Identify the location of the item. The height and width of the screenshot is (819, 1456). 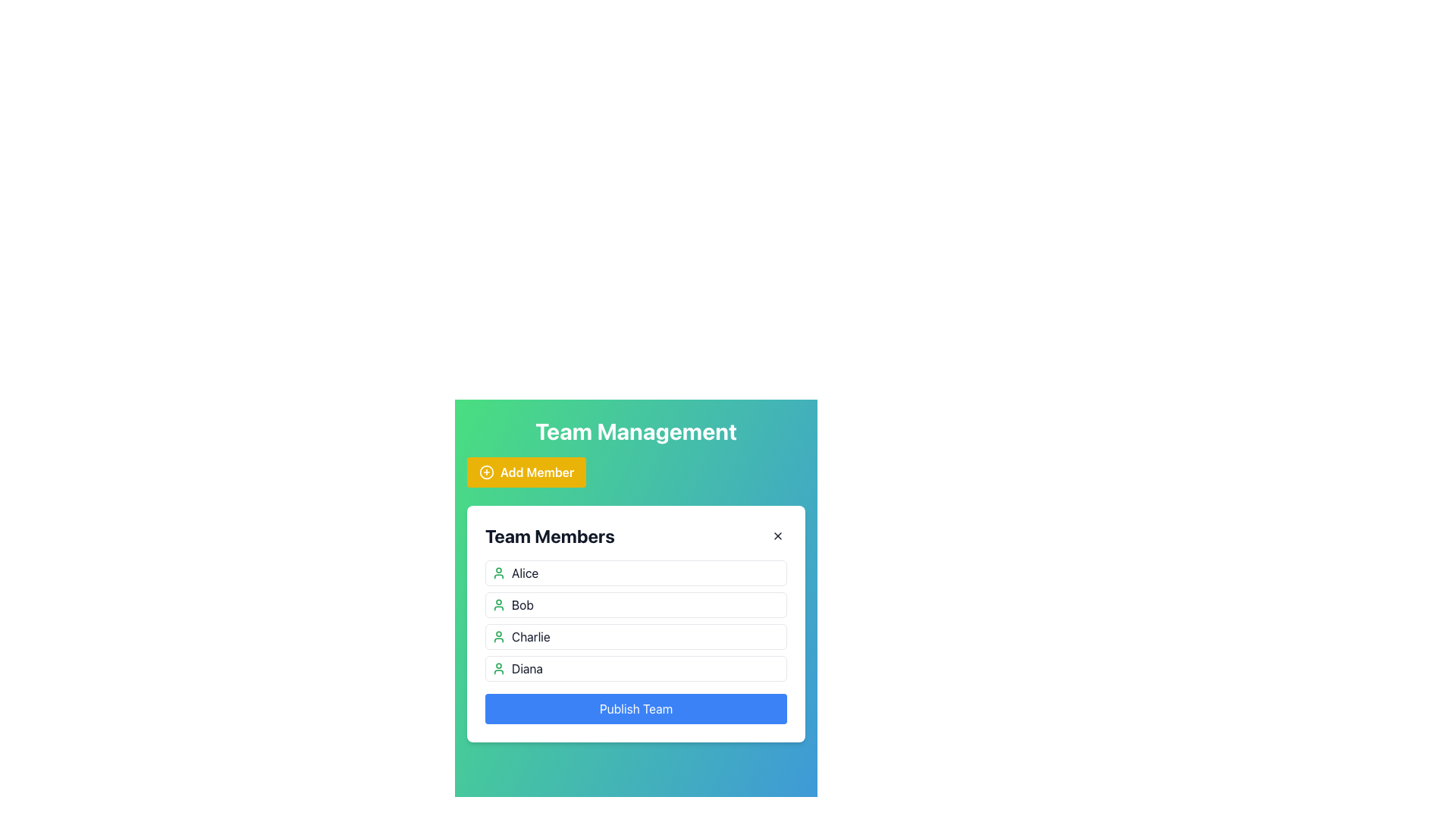
(636, 620).